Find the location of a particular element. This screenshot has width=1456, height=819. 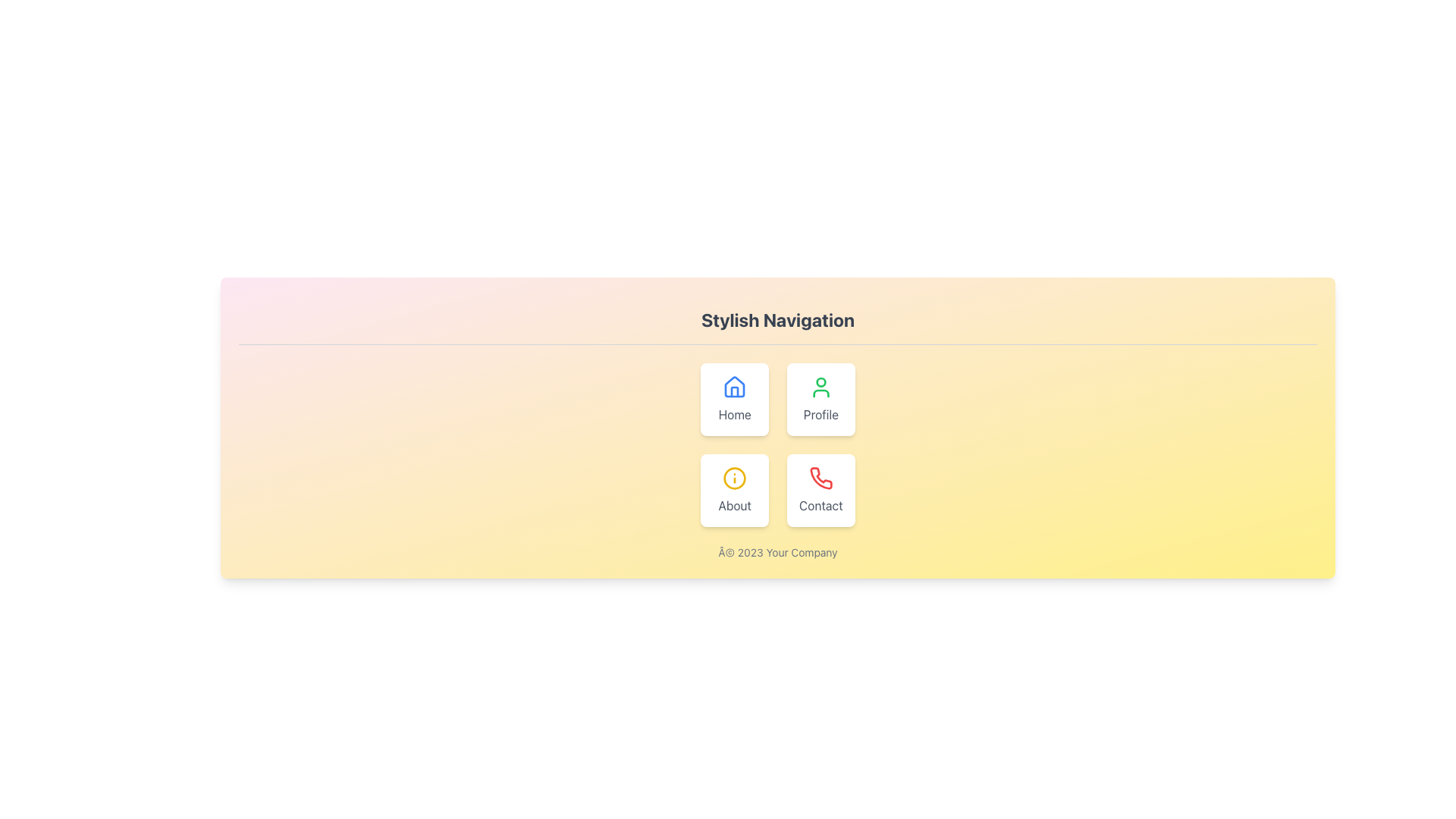

the lower portion of the decorative vector graphic element within the Profile navigation icon located in the Stylish Navigation section is located at coordinates (820, 393).